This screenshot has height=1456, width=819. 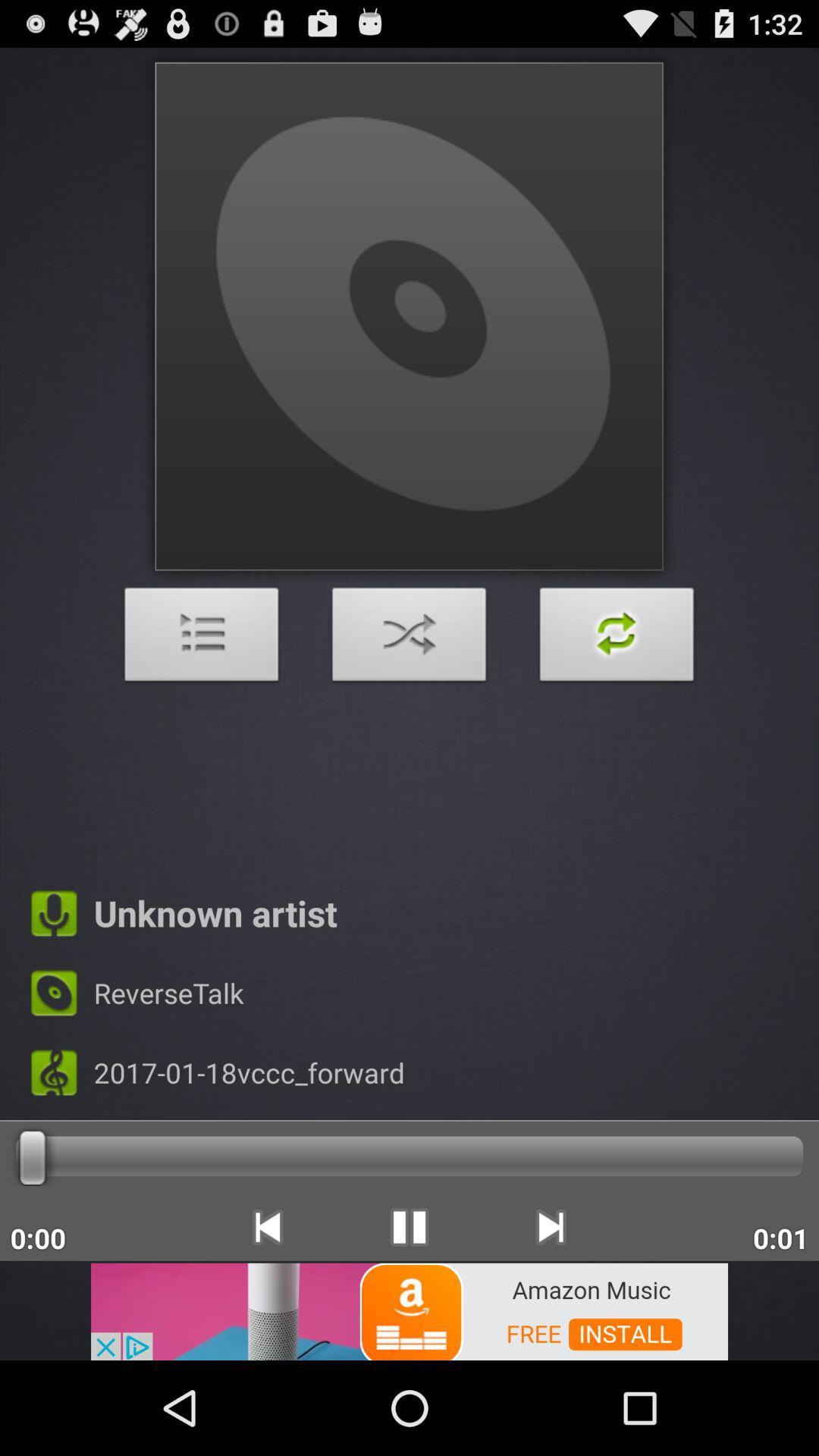 What do you see at coordinates (551, 1312) in the screenshot?
I see `the skip_next icon` at bounding box center [551, 1312].